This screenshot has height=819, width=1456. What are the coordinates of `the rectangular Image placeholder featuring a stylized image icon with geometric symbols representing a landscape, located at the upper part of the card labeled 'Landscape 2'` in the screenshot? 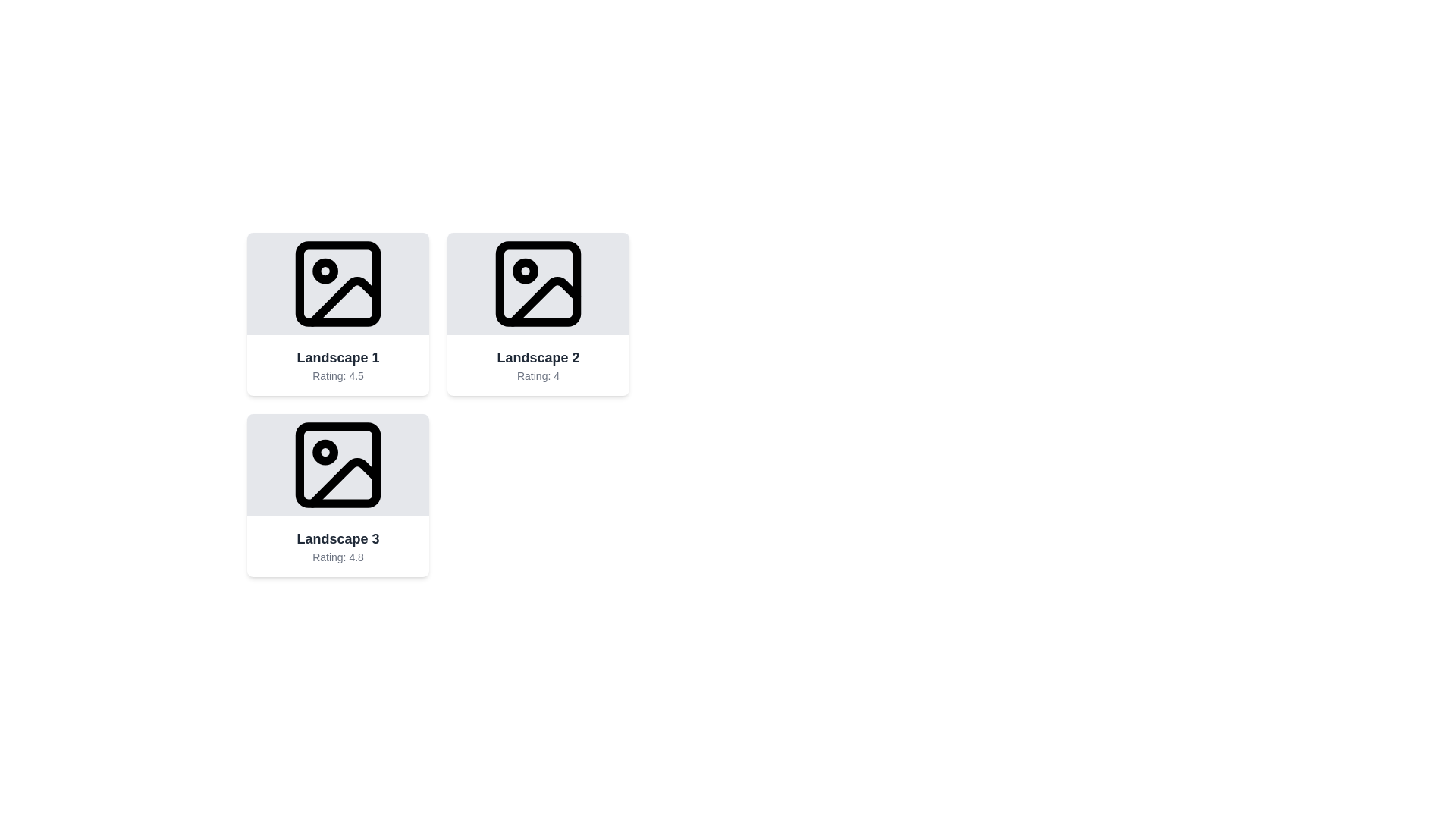 It's located at (538, 284).